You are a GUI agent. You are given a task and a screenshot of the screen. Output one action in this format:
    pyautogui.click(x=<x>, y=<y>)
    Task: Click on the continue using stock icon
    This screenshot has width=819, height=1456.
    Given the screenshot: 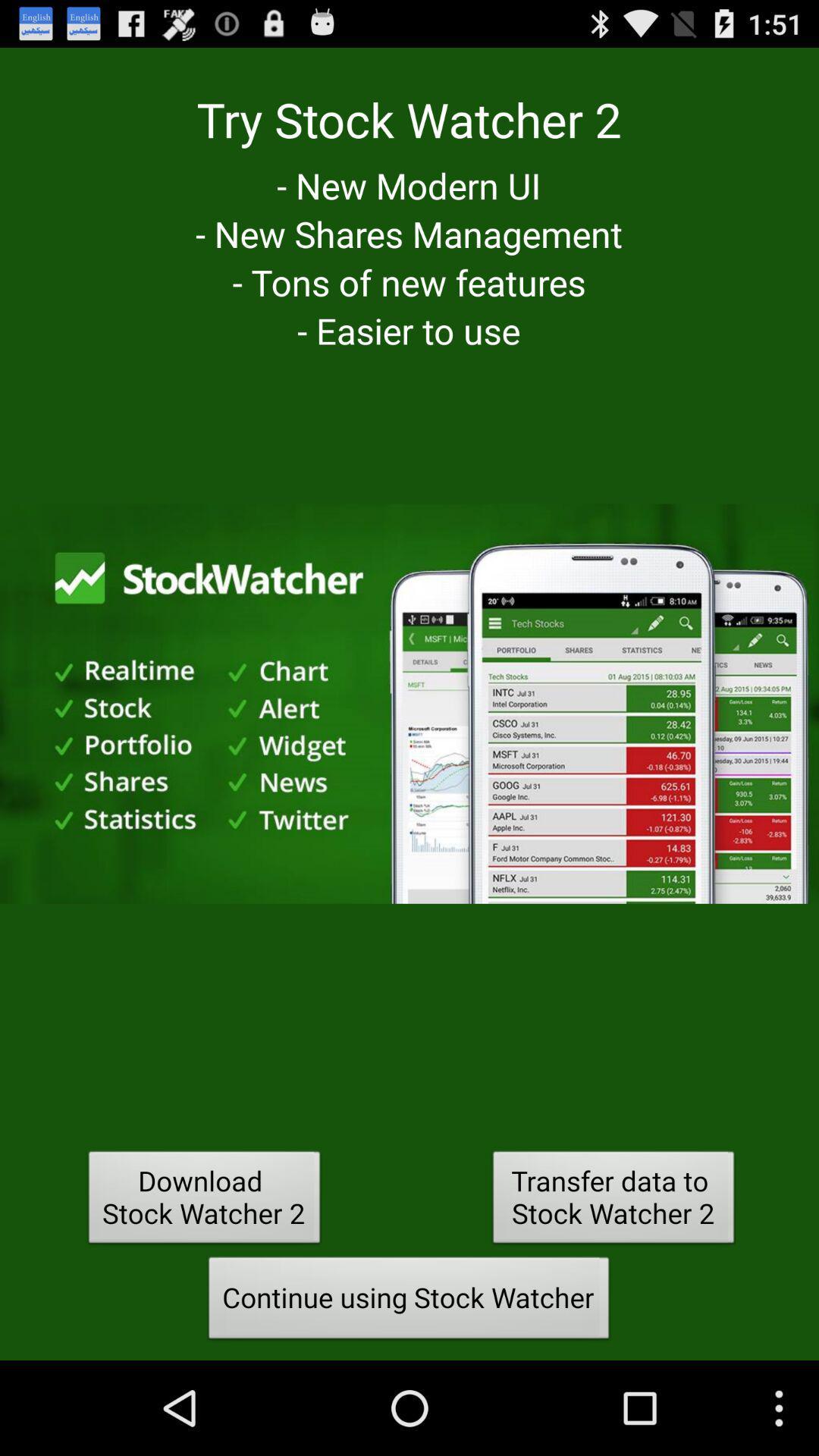 What is the action you would take?
    pyautogui.click(x=408, y=1301)
    